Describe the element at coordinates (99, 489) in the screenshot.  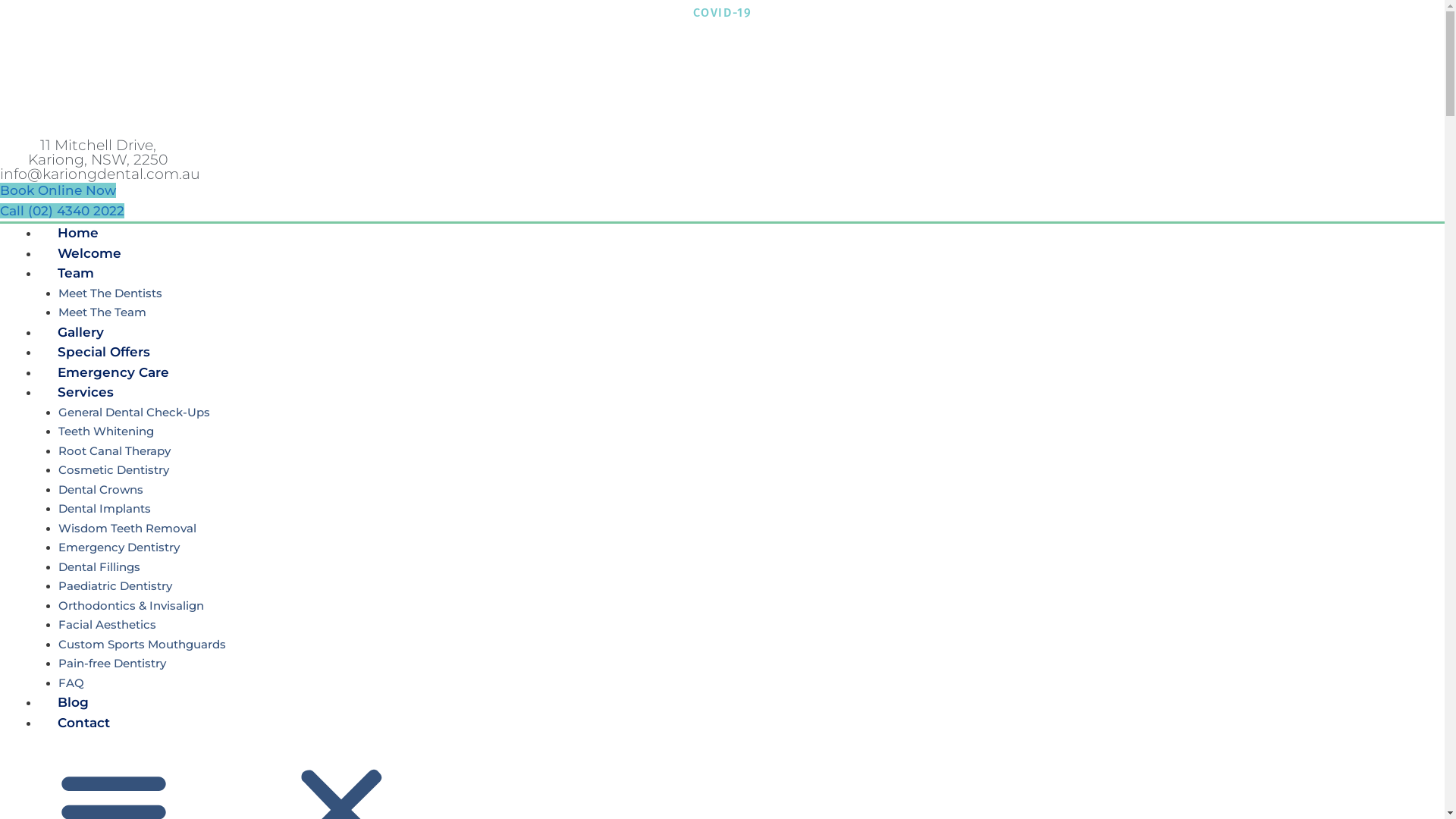
I see `'Dental Crowns'` at that location.